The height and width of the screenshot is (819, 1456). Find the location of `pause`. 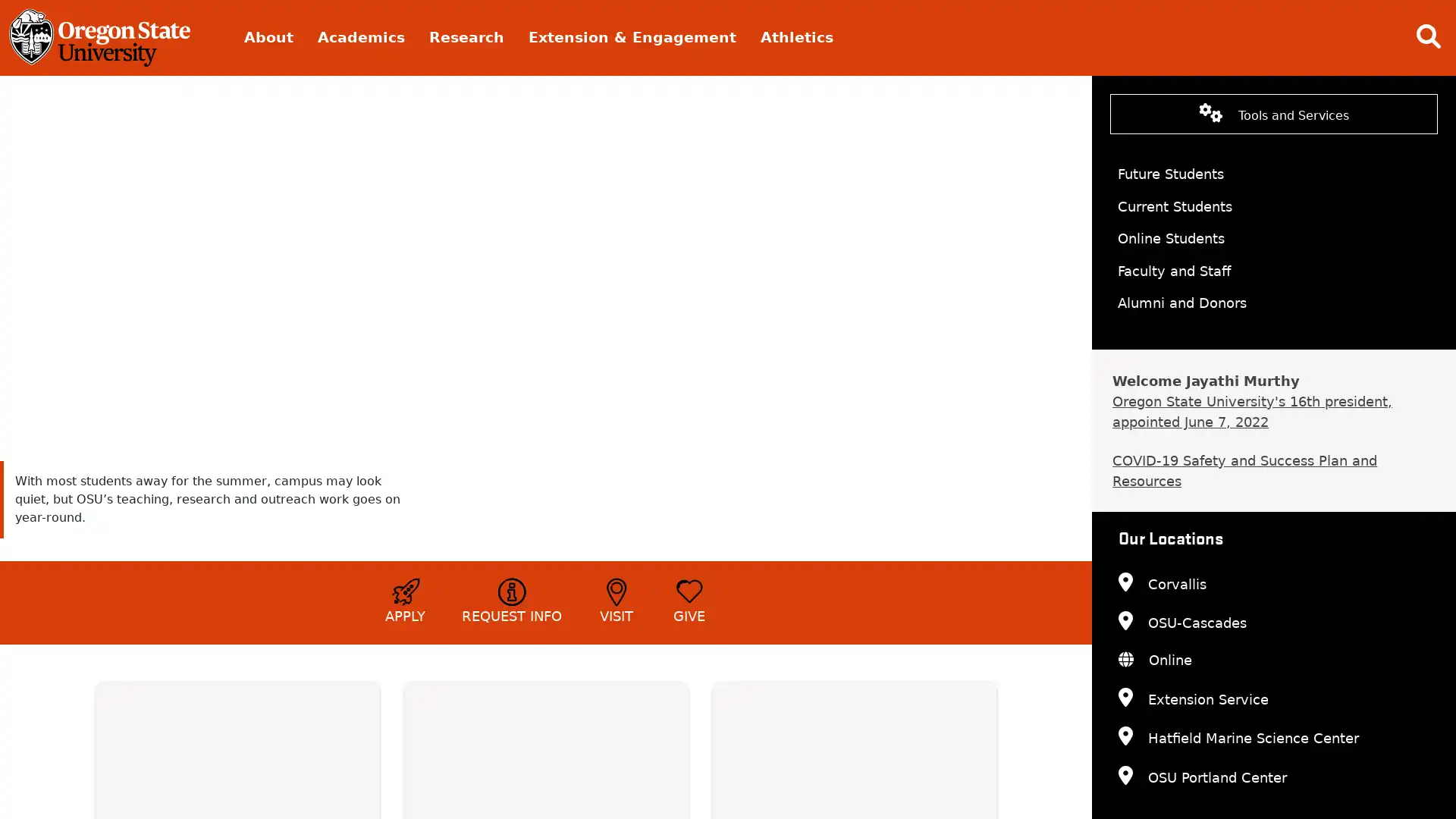

pause is located at coordinates (26, 105).